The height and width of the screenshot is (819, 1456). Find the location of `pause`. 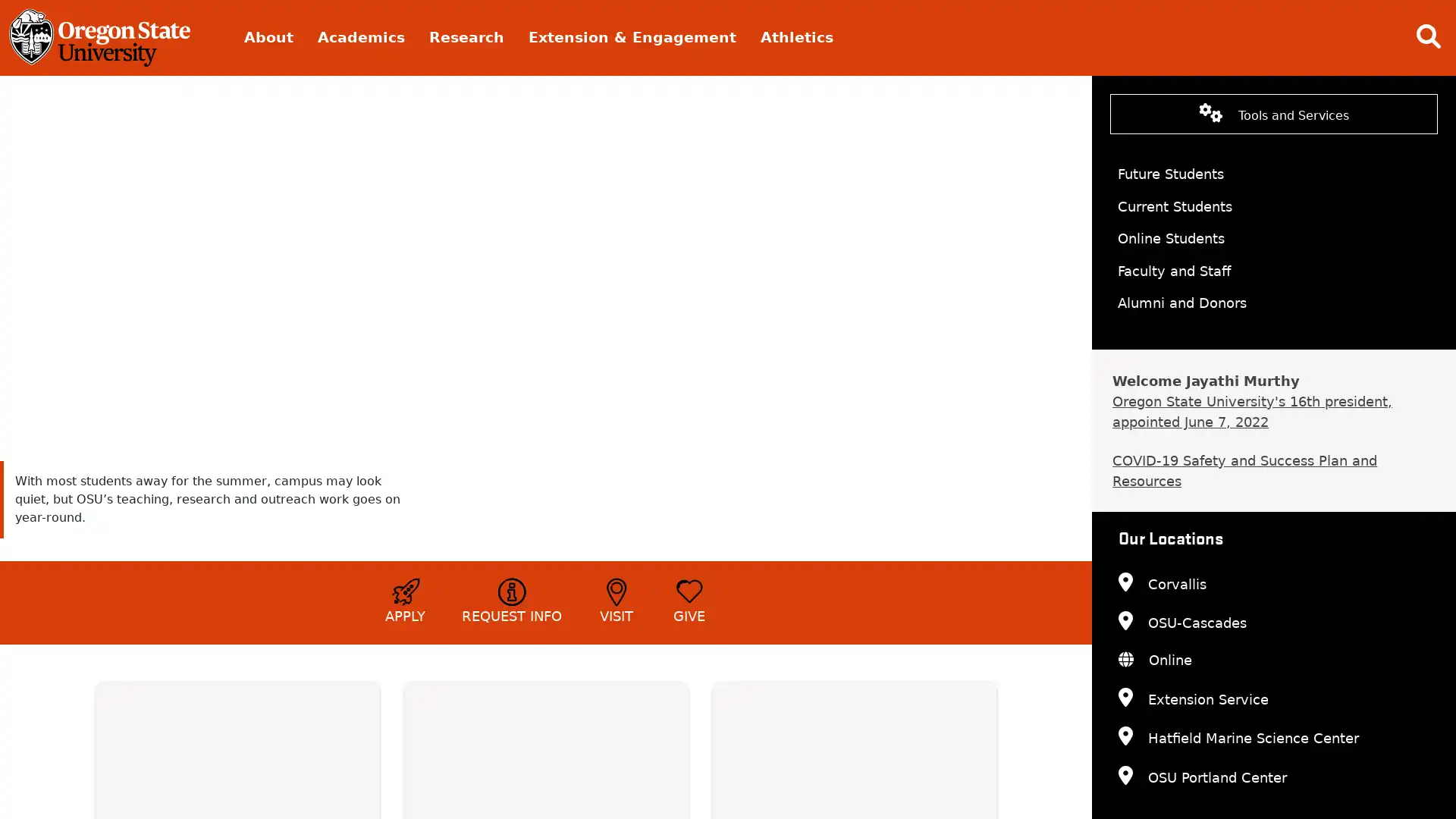

pause is located at coordinates (26, 105).